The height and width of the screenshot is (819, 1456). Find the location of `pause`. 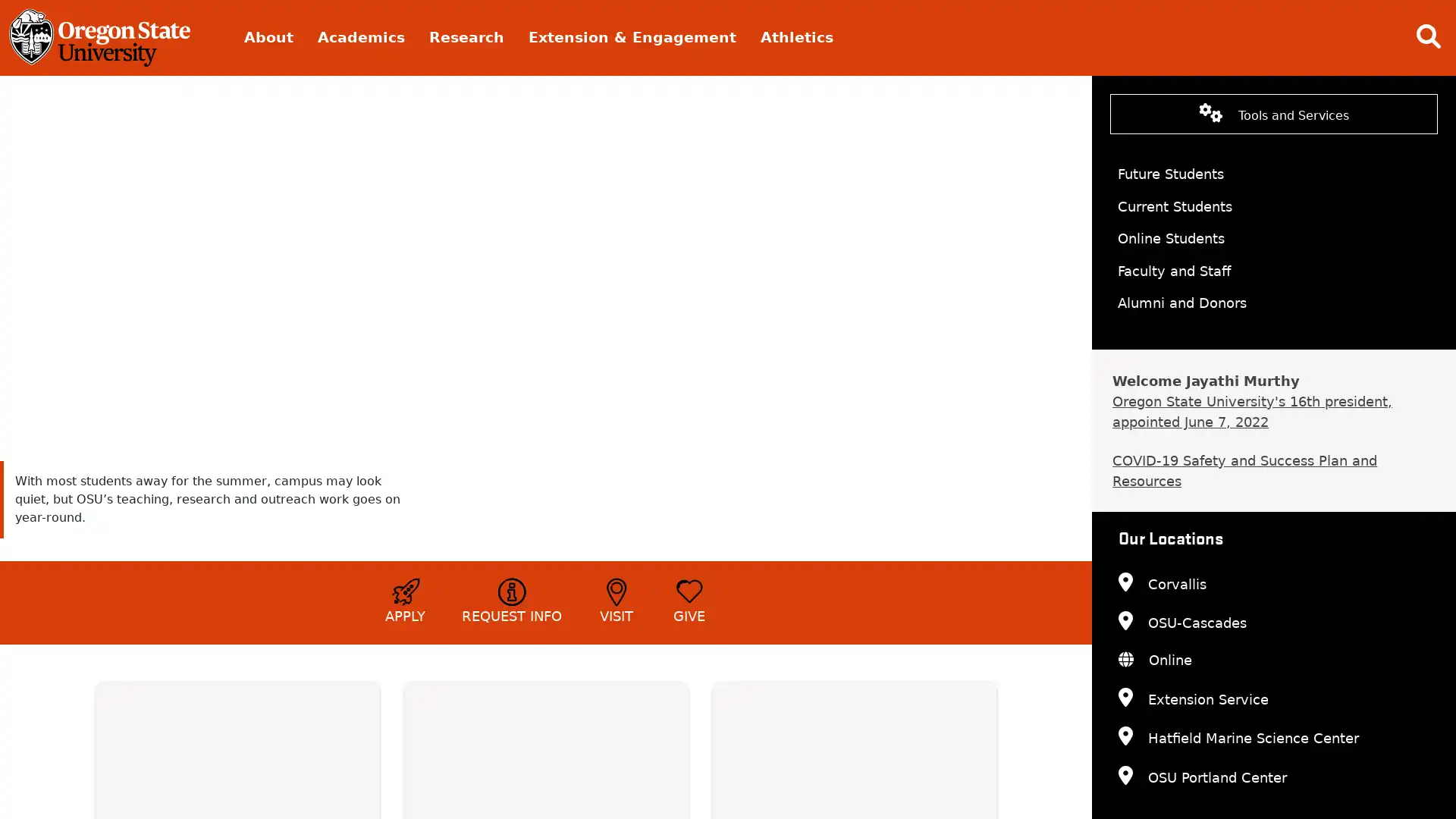

pause is located at coordinates (26, 105).